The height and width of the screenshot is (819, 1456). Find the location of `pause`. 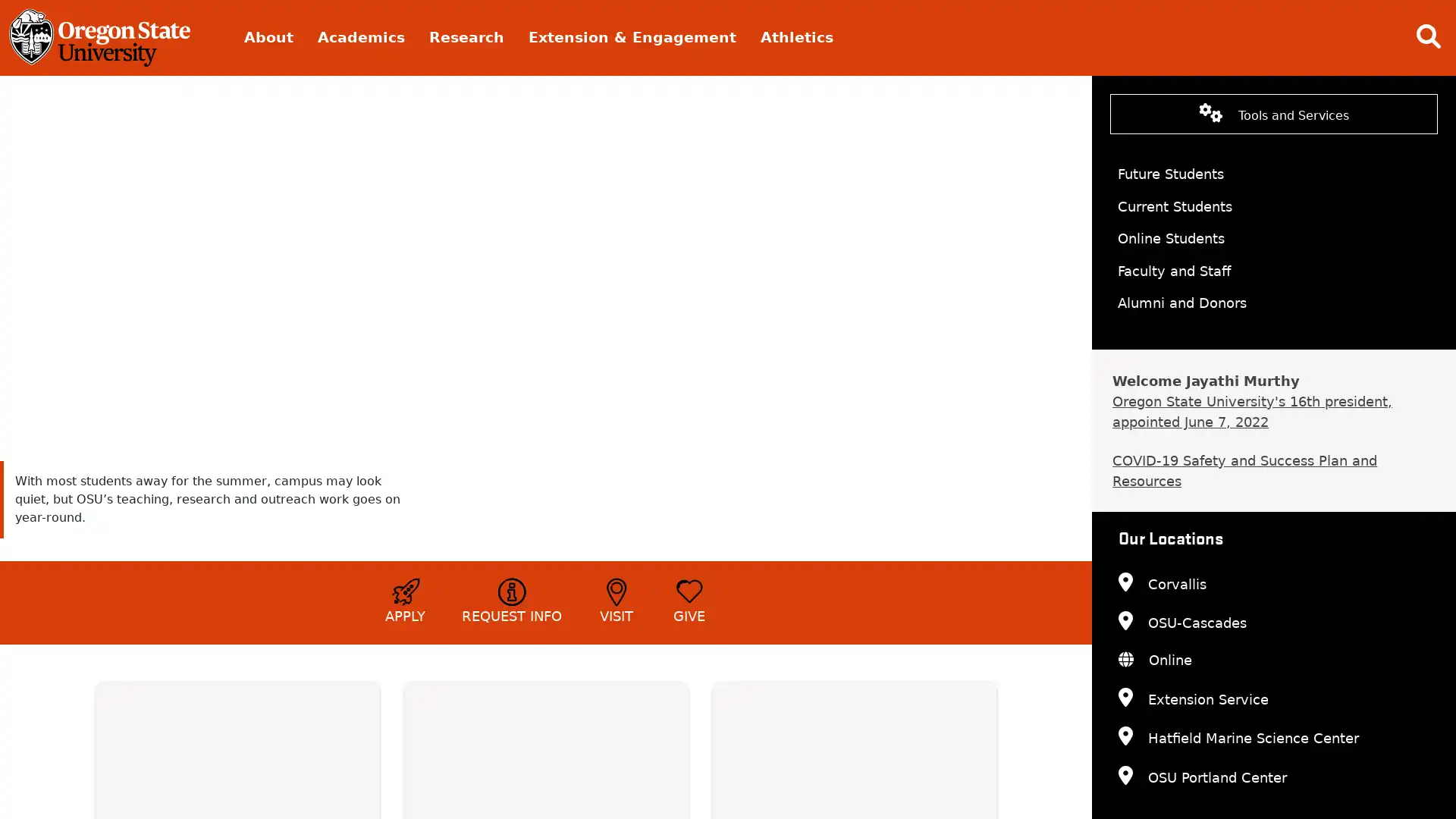

pause is located at coordinates (26, 105).